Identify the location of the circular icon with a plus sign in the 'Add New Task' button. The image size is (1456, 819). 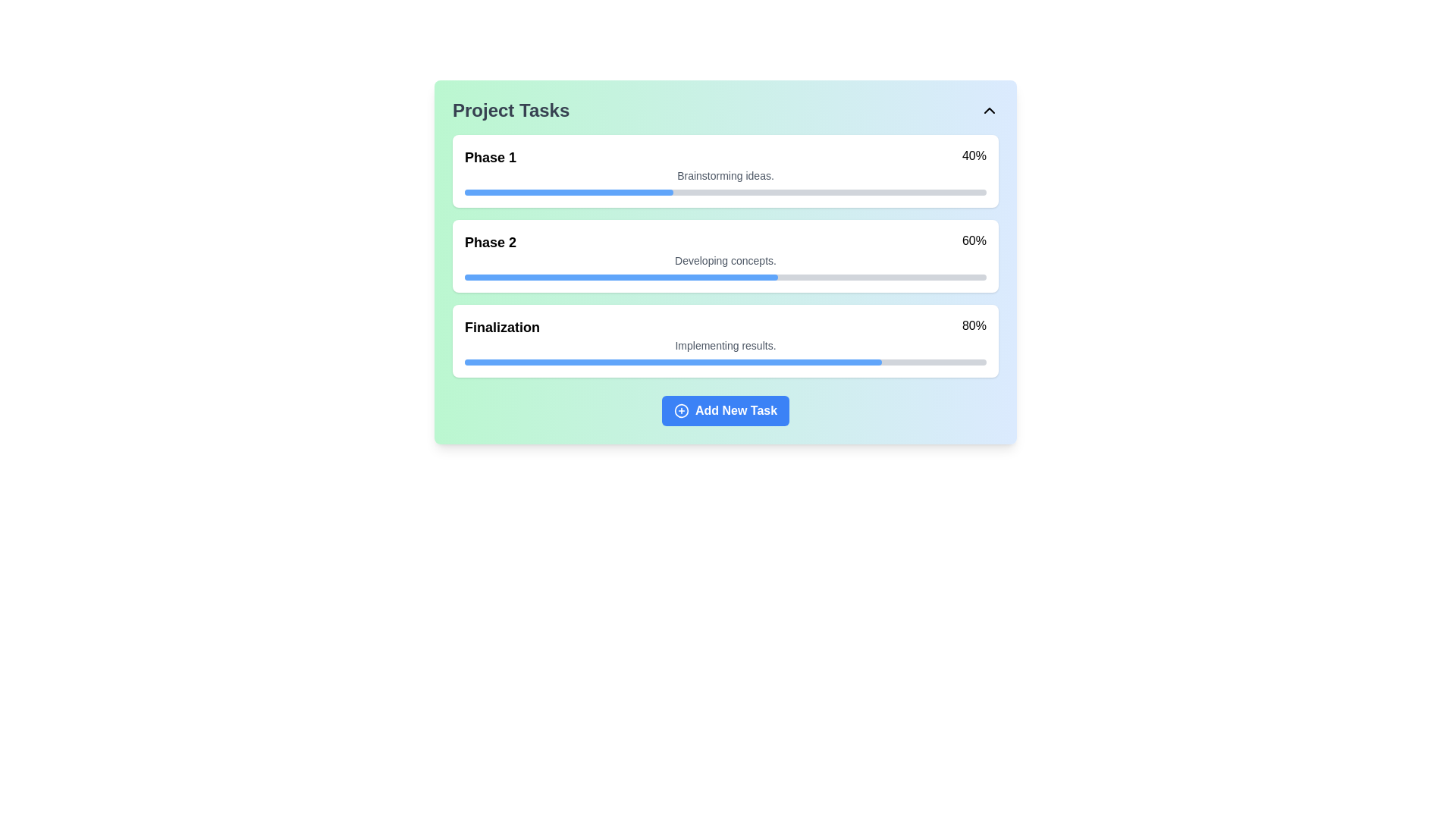
(680, 411).